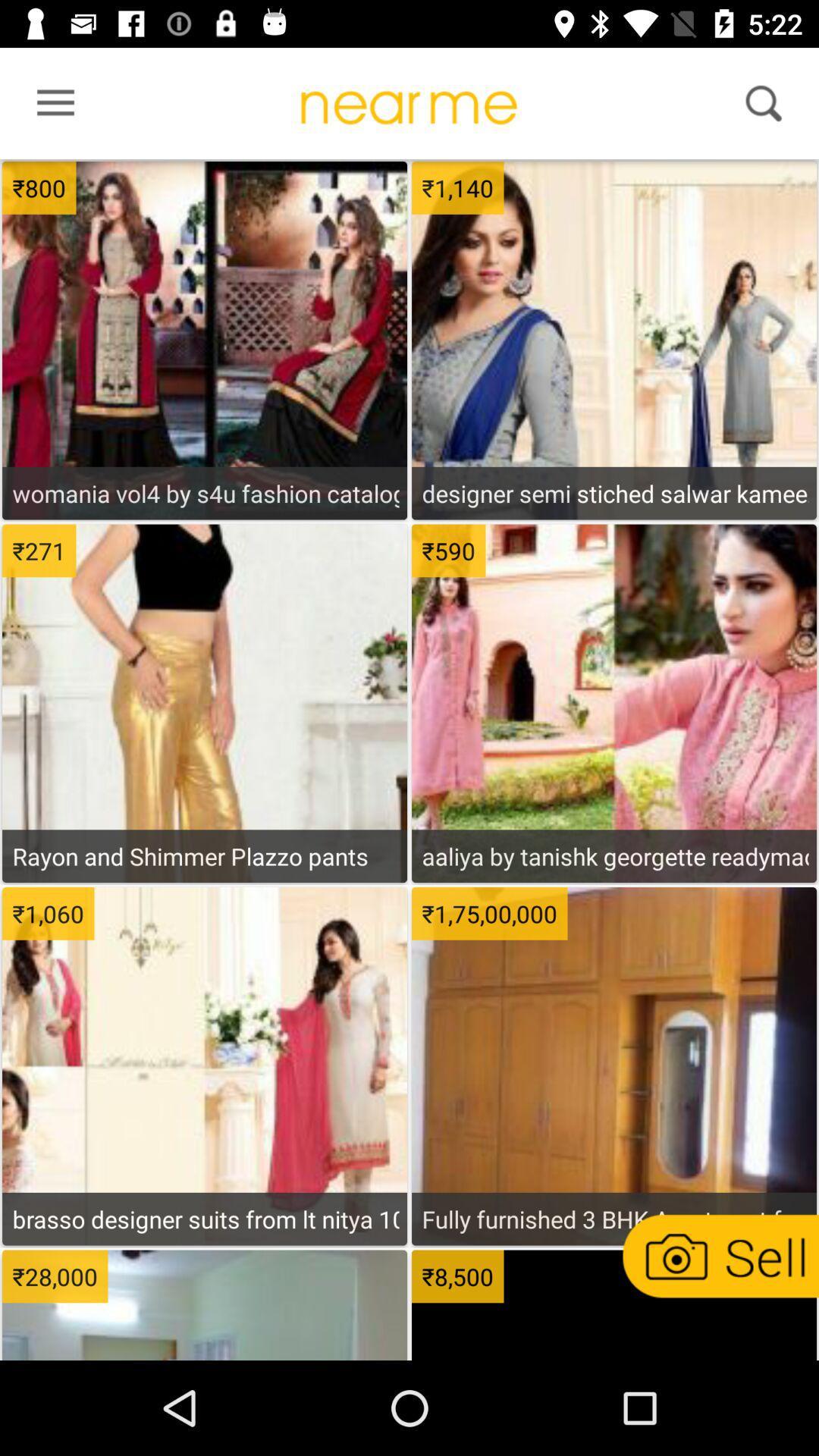 The width and height of the screenshot is (819, 1456). I want to click on the icon below 1 75 00 icon, so click(614, 1219).